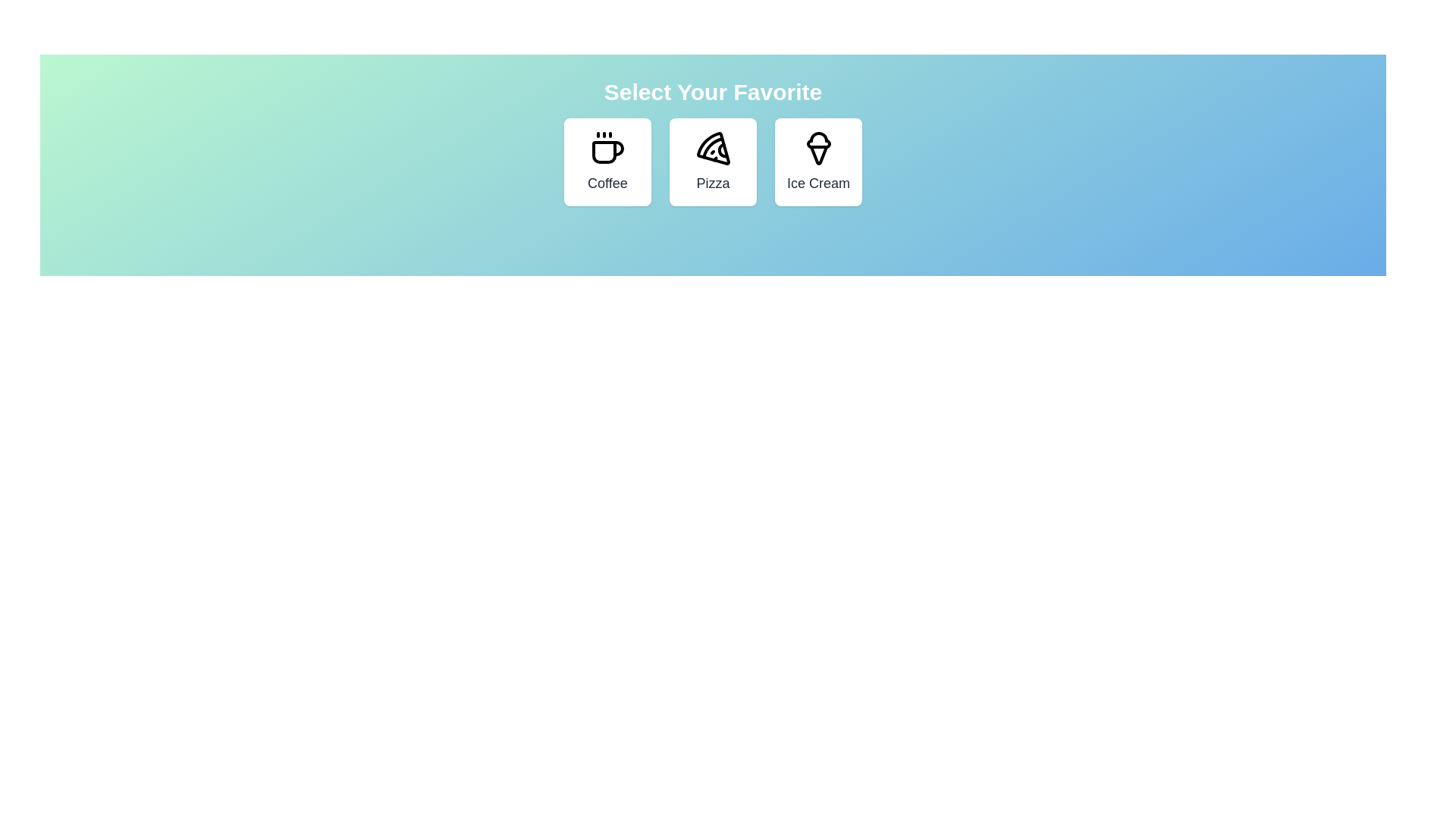  I want to click on the 'Ice Cream' button, which is the rightmost item in a horizontally aligned grid of options including 'Coffee' and 'Pizza', so click(817, 162).